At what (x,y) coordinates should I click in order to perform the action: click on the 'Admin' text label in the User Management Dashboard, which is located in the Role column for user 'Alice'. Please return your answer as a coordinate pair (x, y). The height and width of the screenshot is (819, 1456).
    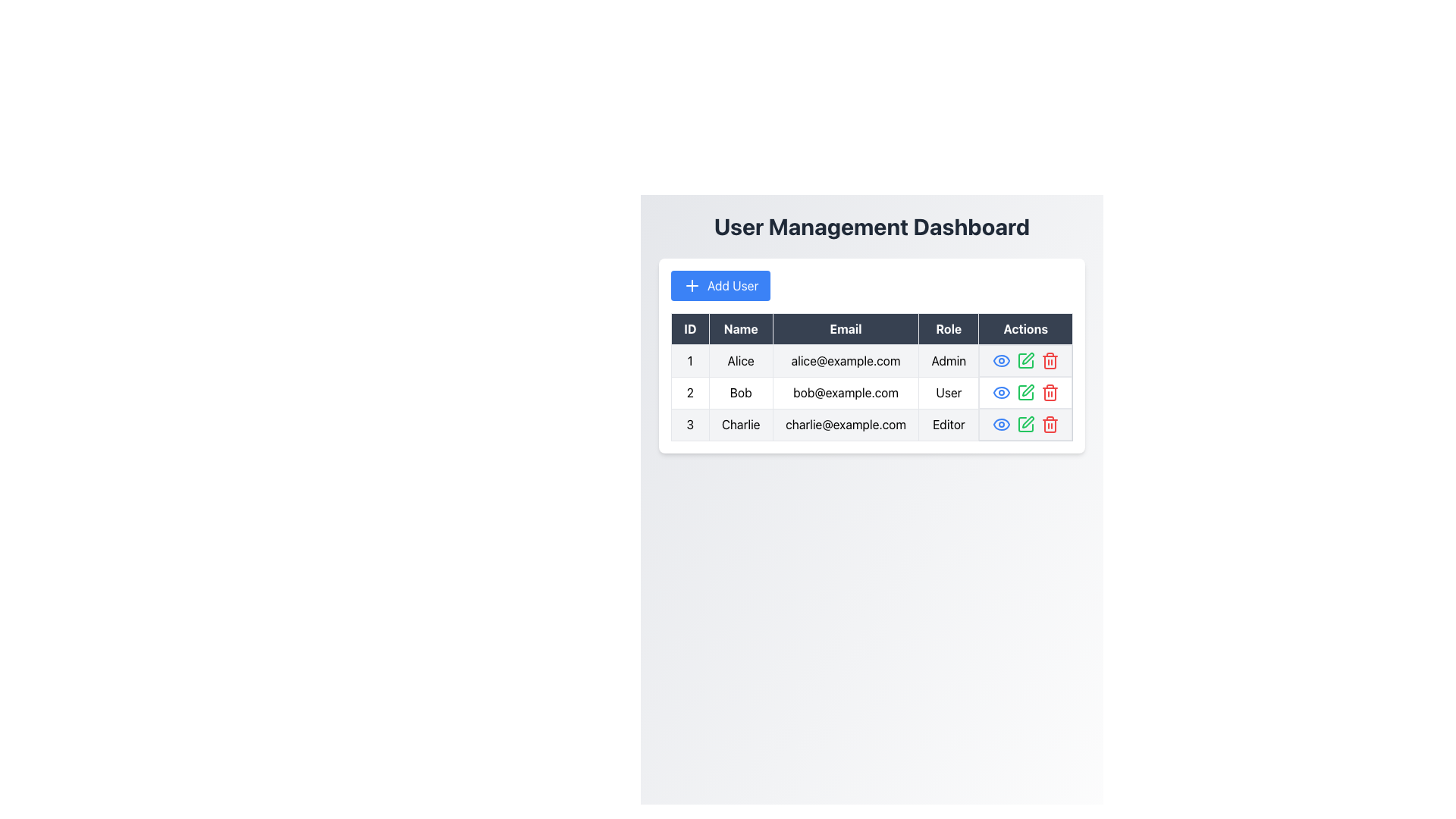
    Looking at the image, I should click on (948, 360).